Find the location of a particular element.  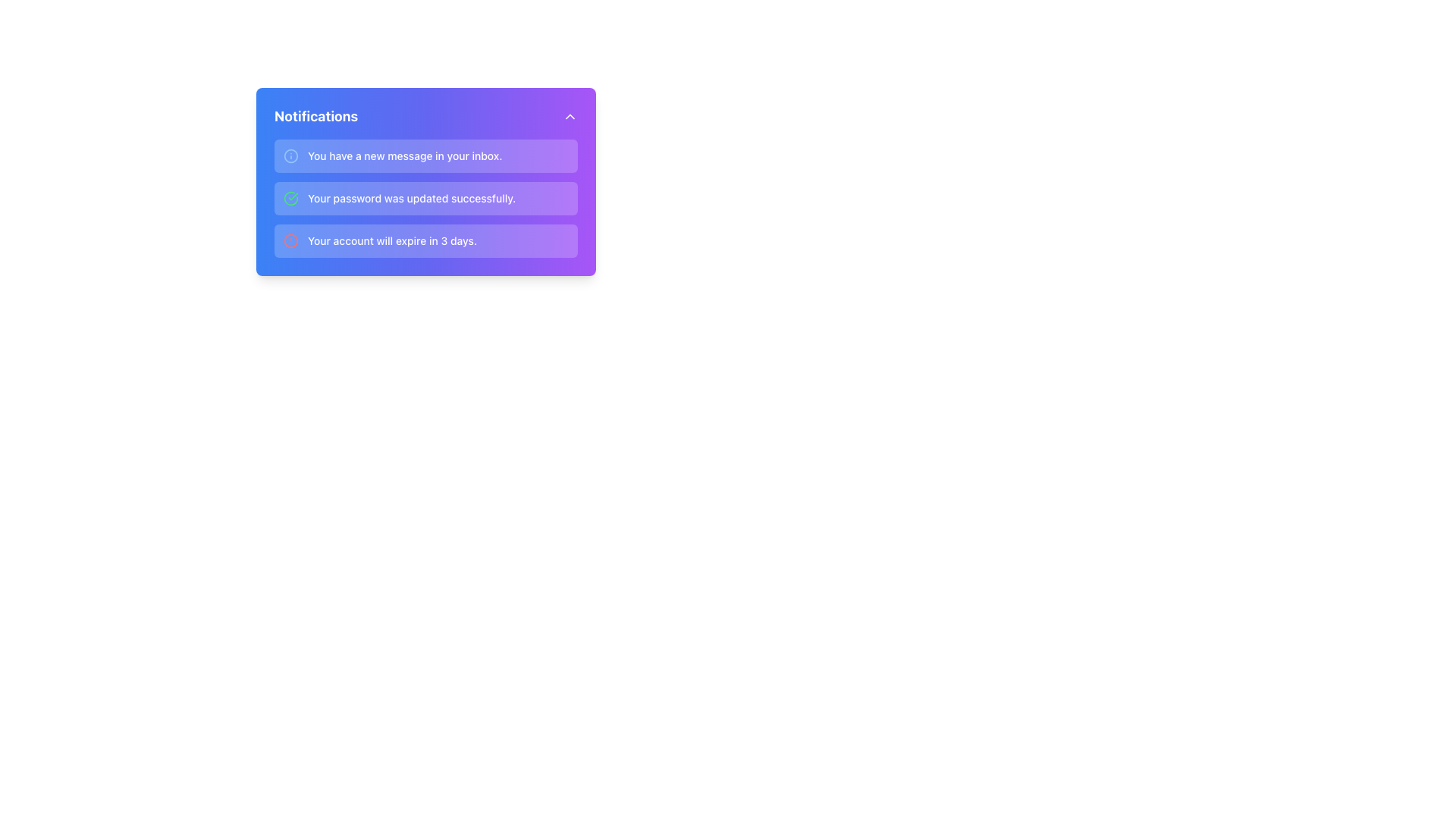

the alert icon located to the far left of the text 'Your account will expire in 3 days.' within the notification card to associate it with the accompanying text is located at coordinates (291, 240).